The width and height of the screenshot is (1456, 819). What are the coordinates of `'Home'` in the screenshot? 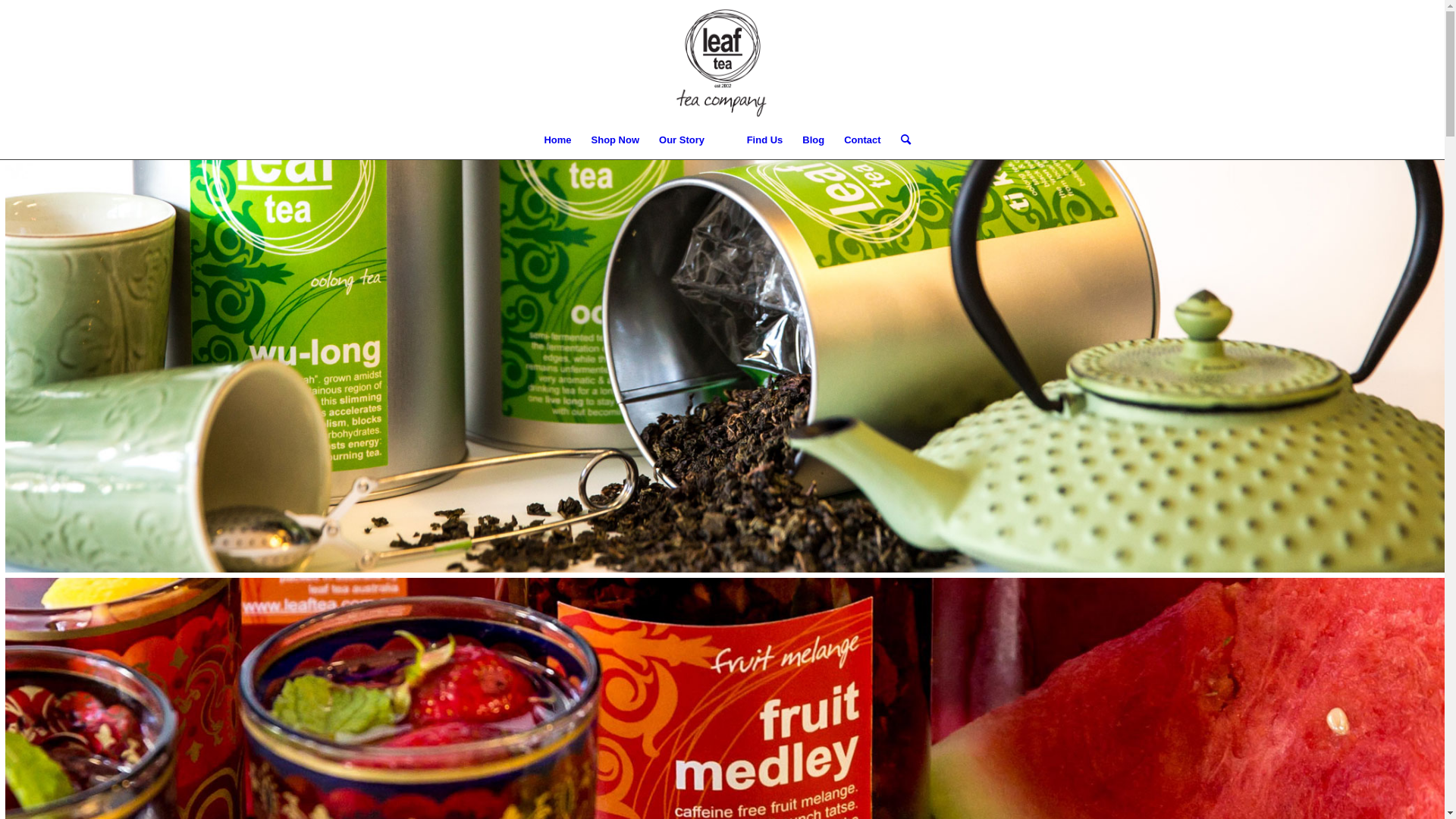 It's located at (556, 140).